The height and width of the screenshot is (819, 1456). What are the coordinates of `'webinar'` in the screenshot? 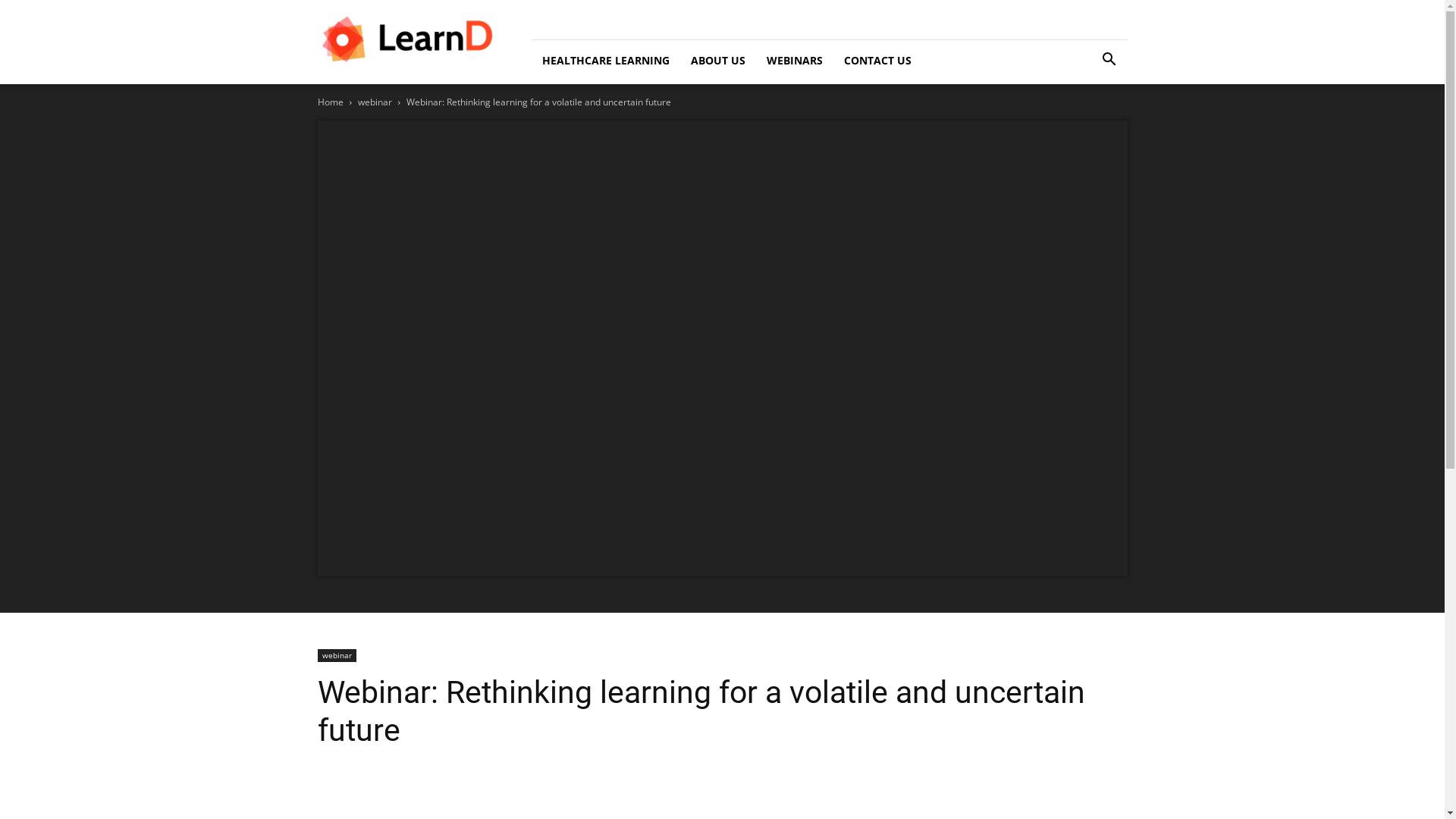 It's located at (335, 654).